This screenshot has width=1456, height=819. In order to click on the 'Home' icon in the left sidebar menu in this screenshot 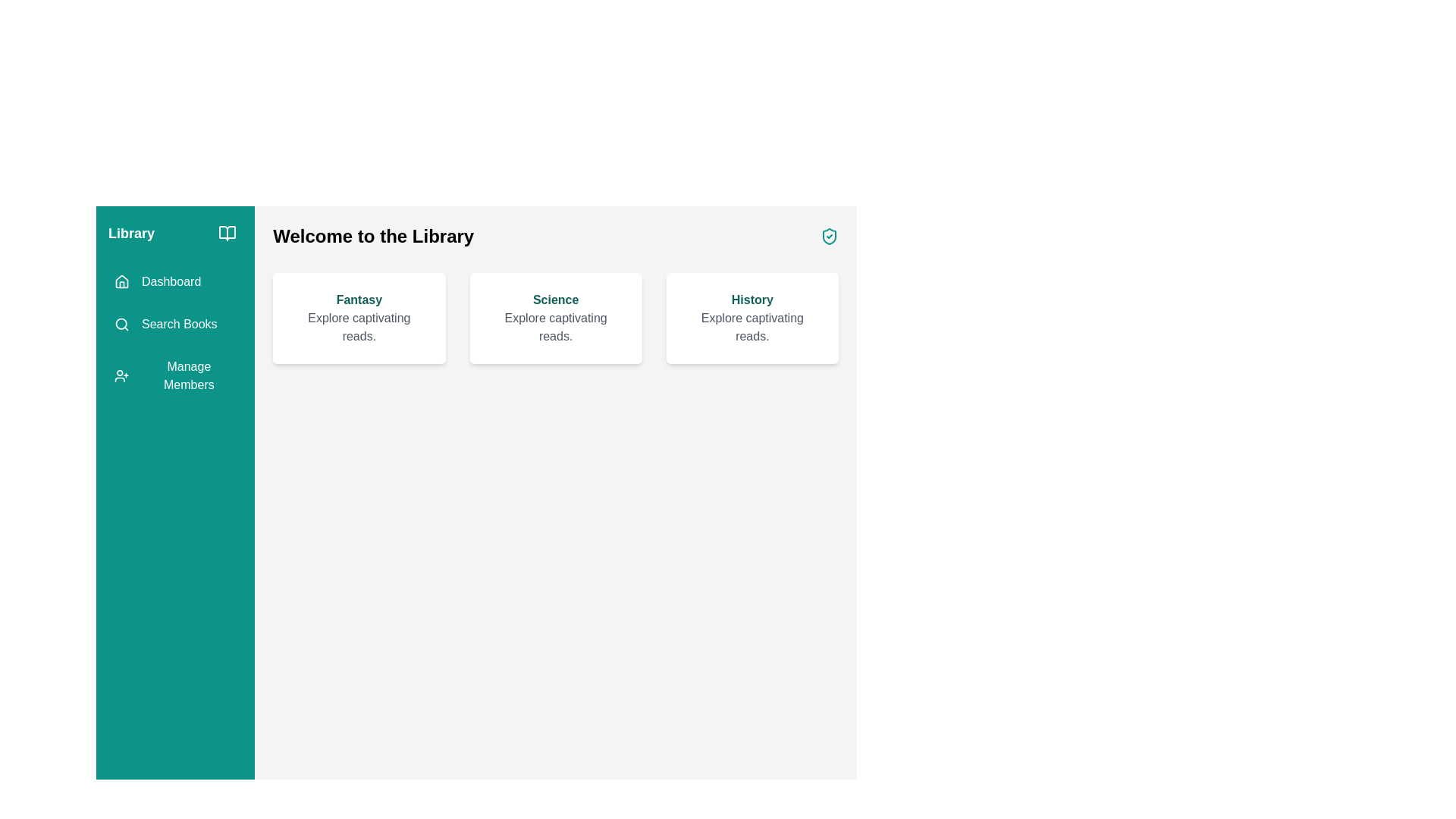, I will do `click(122, 281)`.